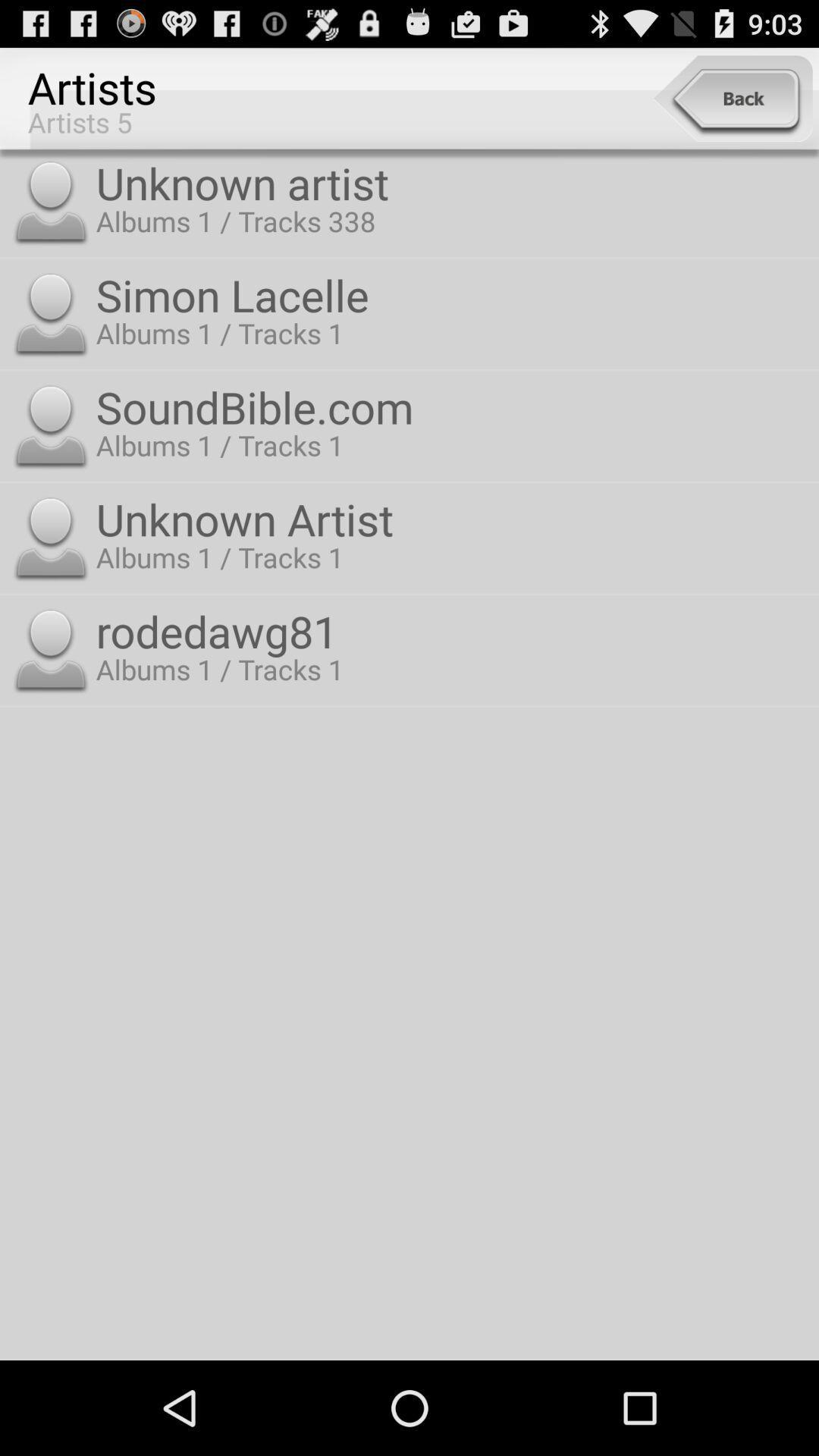 The height and width of the screenshot is (1456, 819). Describe the element at coordinates (453, 294) in the screenshot. I see `the simon lacelle` at that location.